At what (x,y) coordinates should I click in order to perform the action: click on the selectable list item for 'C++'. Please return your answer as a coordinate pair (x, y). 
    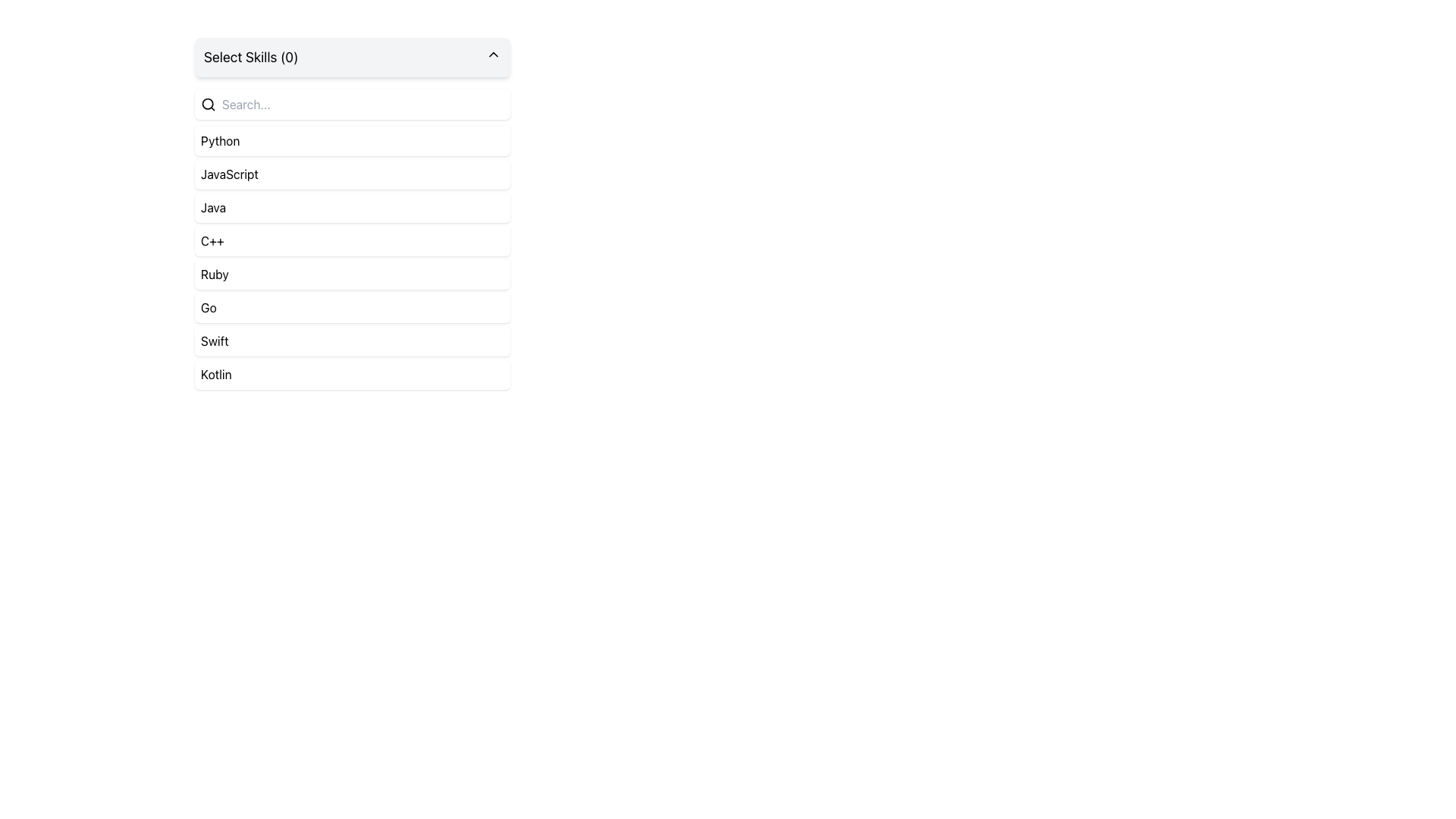
    Looking at the image, I should click on (352, 239).